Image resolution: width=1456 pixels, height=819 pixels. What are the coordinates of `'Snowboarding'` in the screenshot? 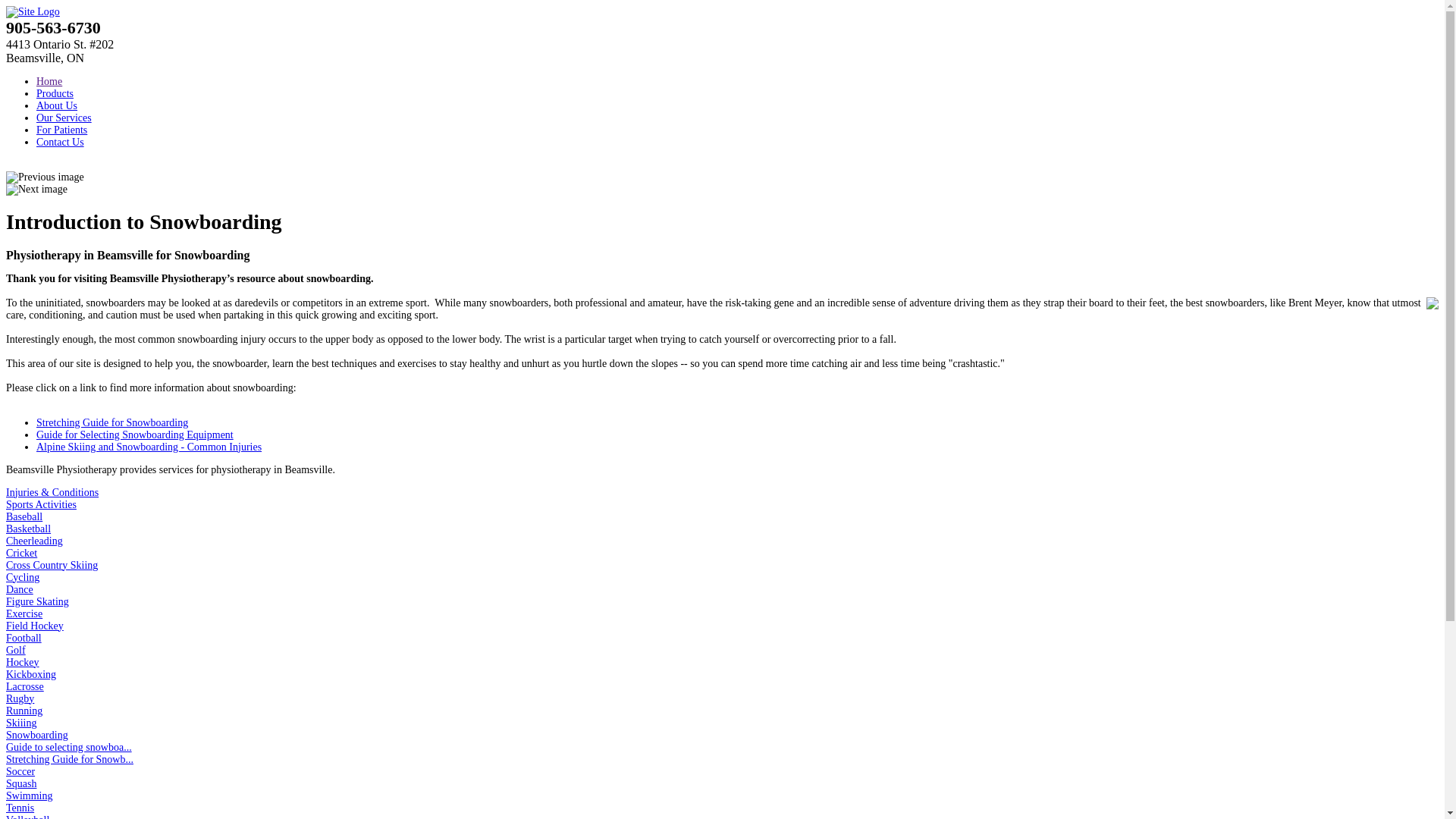 It's located at (6, 734).